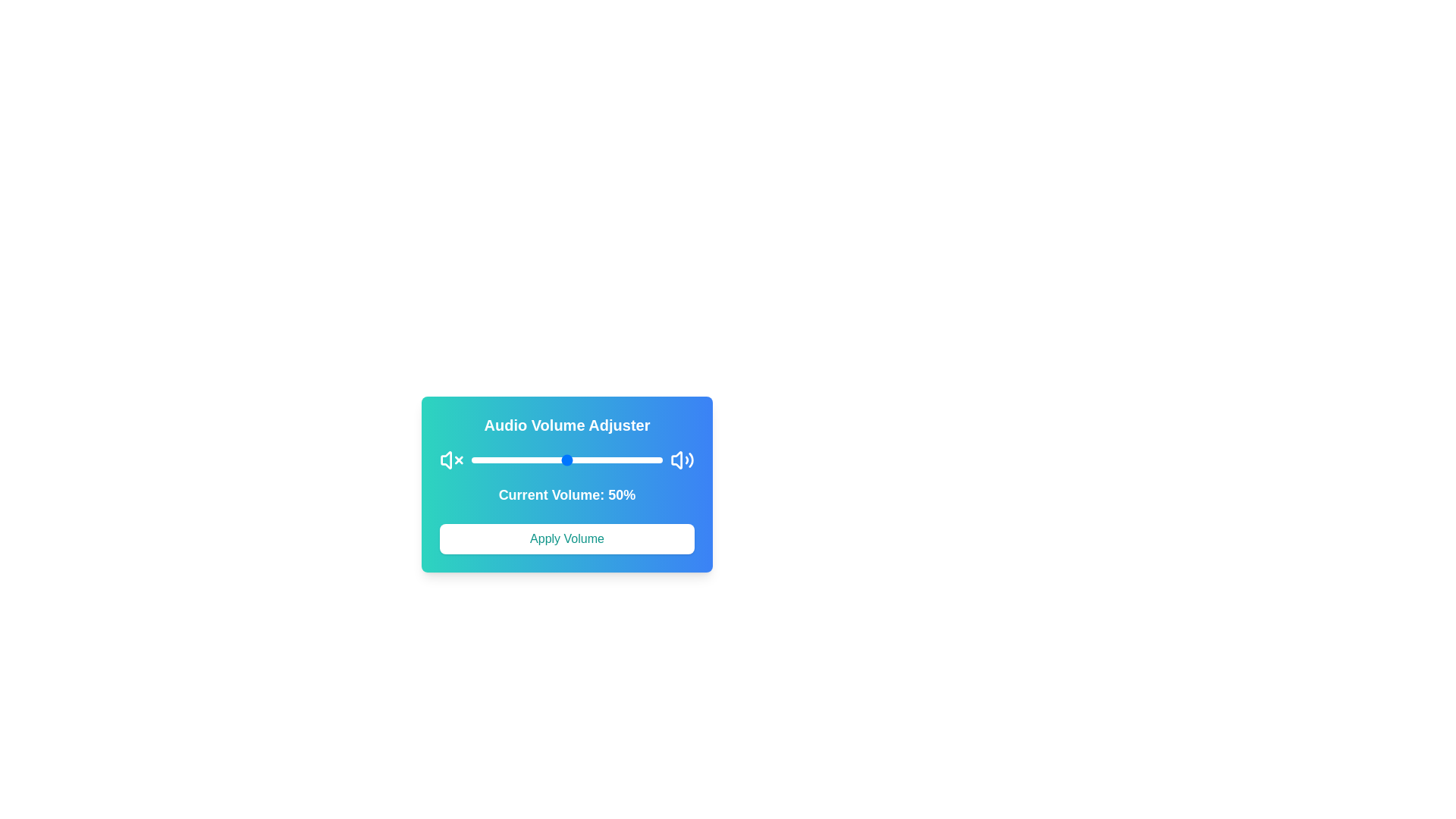 This screenshot has width=1456, height=819. Describe the element at coordinates (546, 459) in the screenshot. I see `the volume to 39% by dragging the slider` at that location.